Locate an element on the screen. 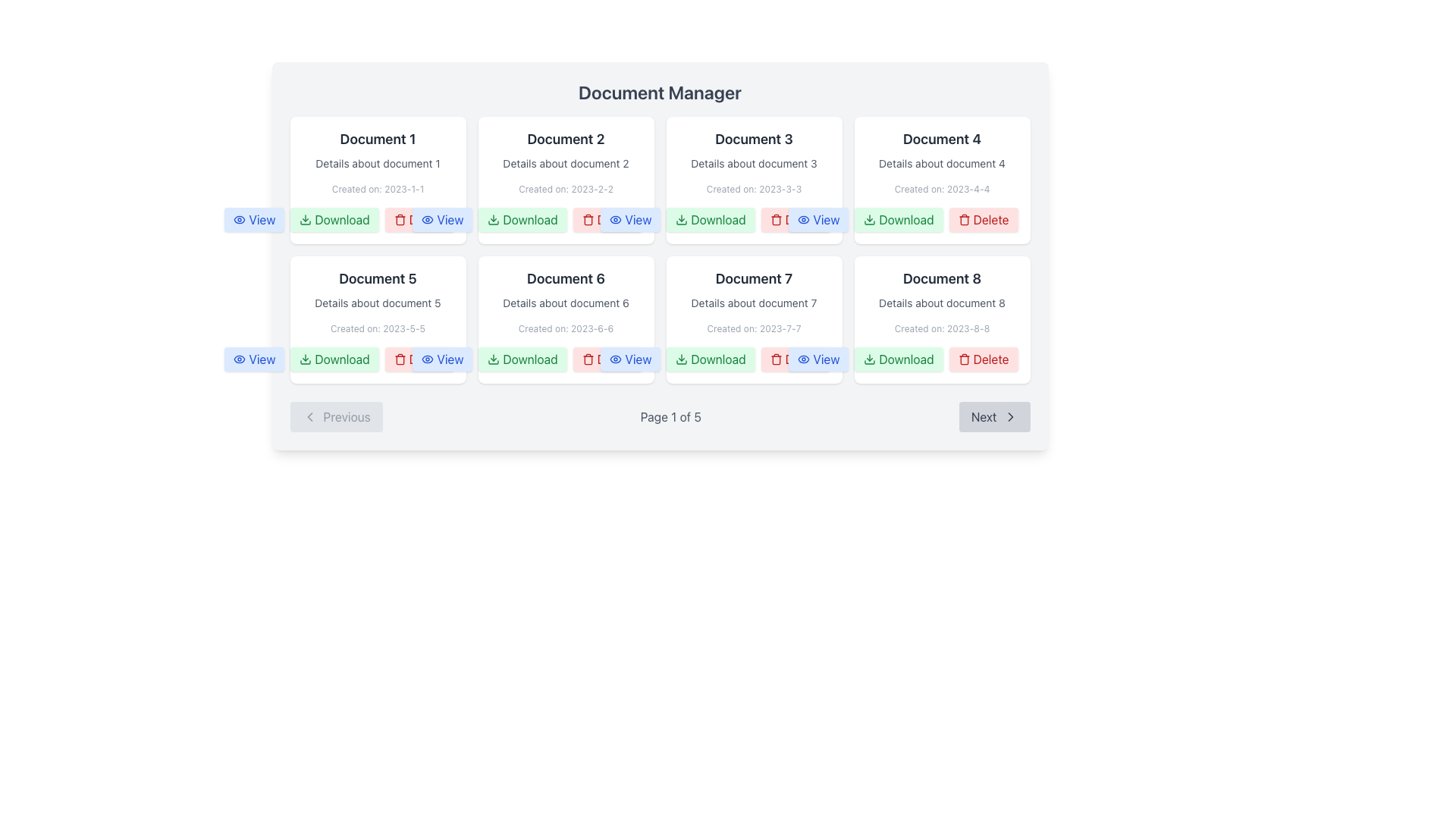 The height and width of the screenshot is (819, 1456). the button in the bottom-right corner of the card for 'Document 7' is located at coordinates (818, 359).